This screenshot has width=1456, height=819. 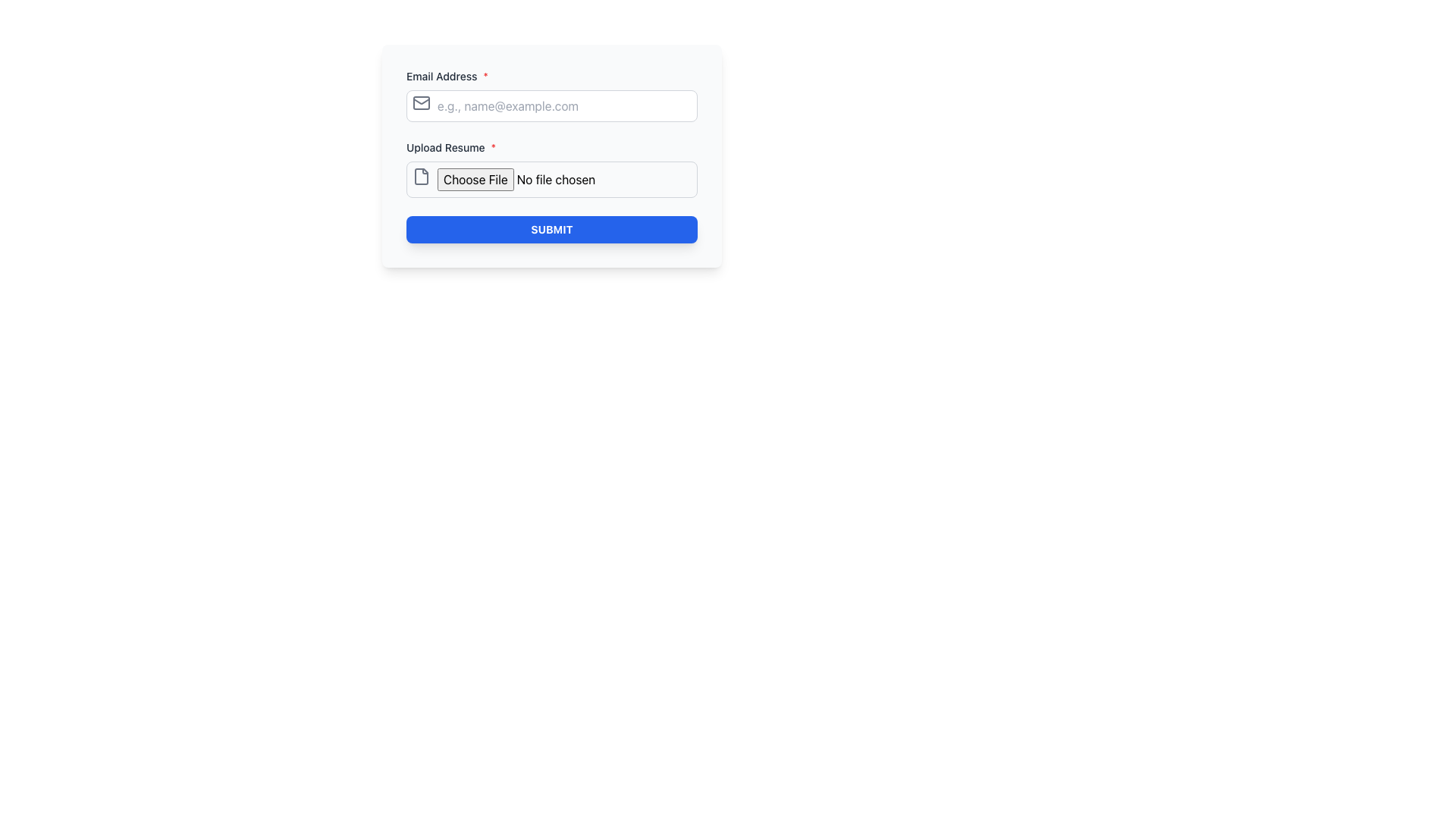 What do you see at coordinates (422, 100) in the screenshot?
I see `the envelope icon, which is part of an email-related visual representation located to the left of the 'Email Address' input field` at bounding box center [422, 100].